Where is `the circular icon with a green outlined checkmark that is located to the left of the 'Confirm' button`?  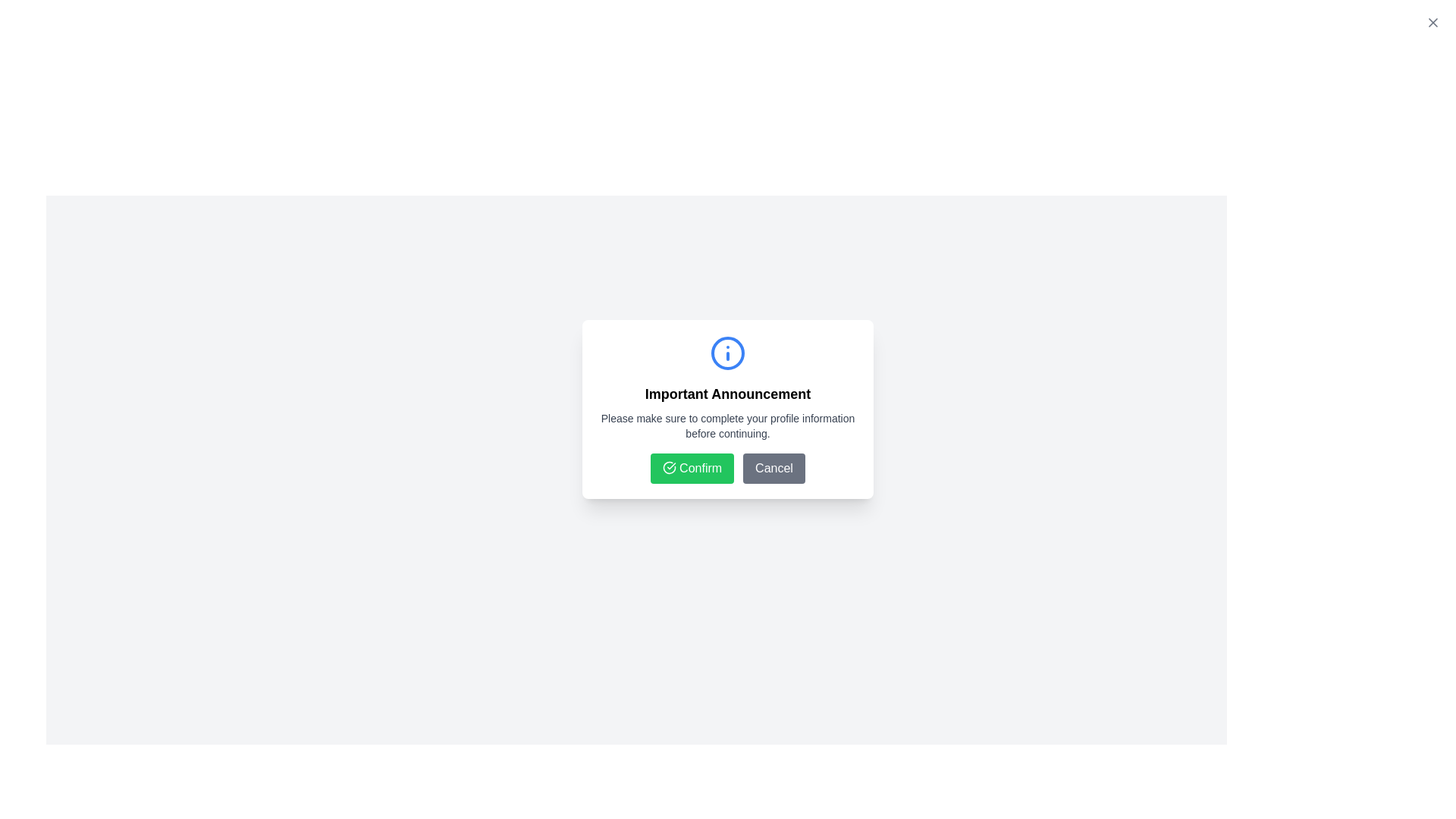
the circular icon with a green outlined checkmark that is located to the left of the 'Confirm' button is located at coordinates (669, 467).